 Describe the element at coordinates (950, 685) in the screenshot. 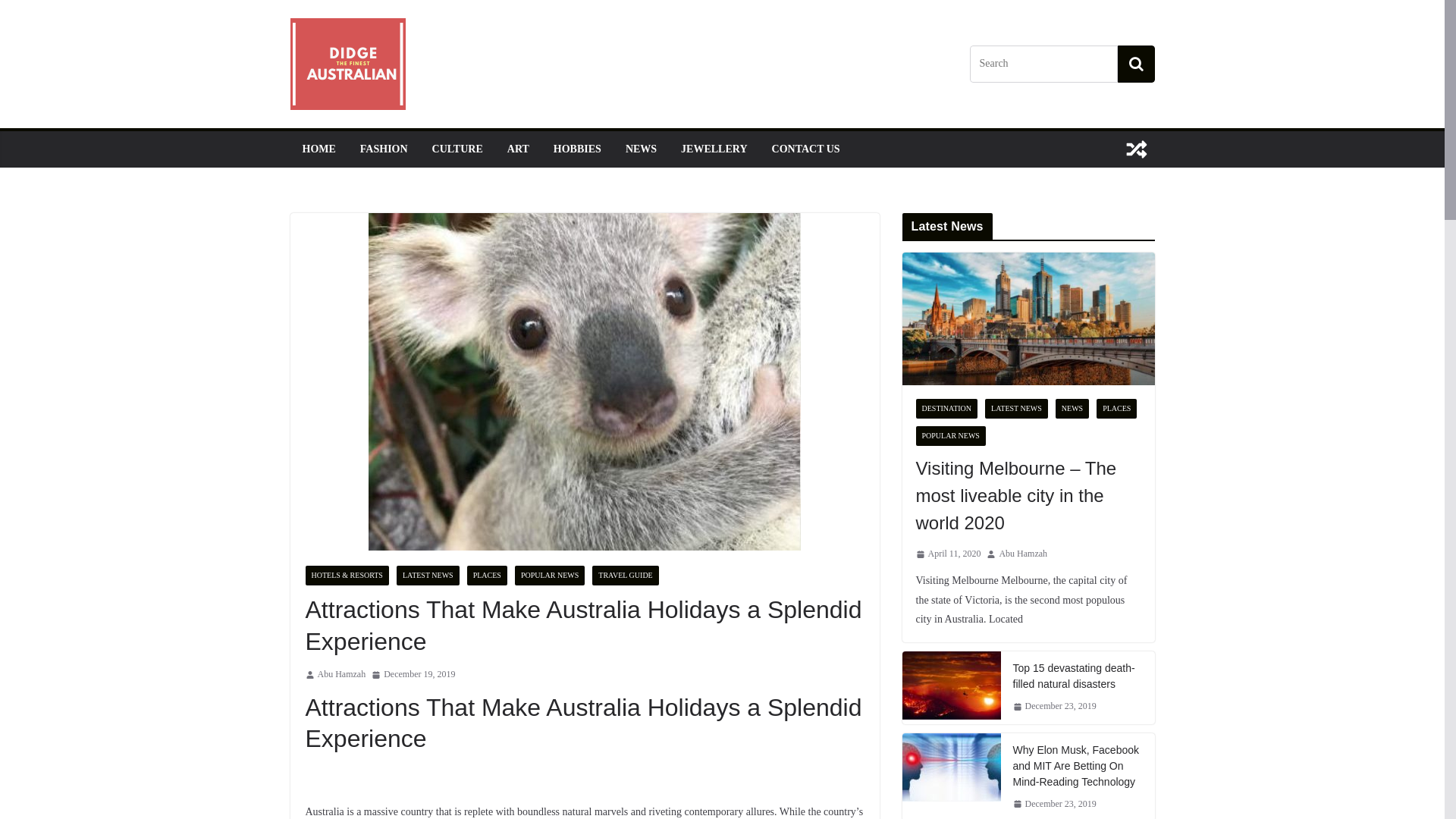

I see `'Top 15 devastating death-filled natural disasters'` at that location.